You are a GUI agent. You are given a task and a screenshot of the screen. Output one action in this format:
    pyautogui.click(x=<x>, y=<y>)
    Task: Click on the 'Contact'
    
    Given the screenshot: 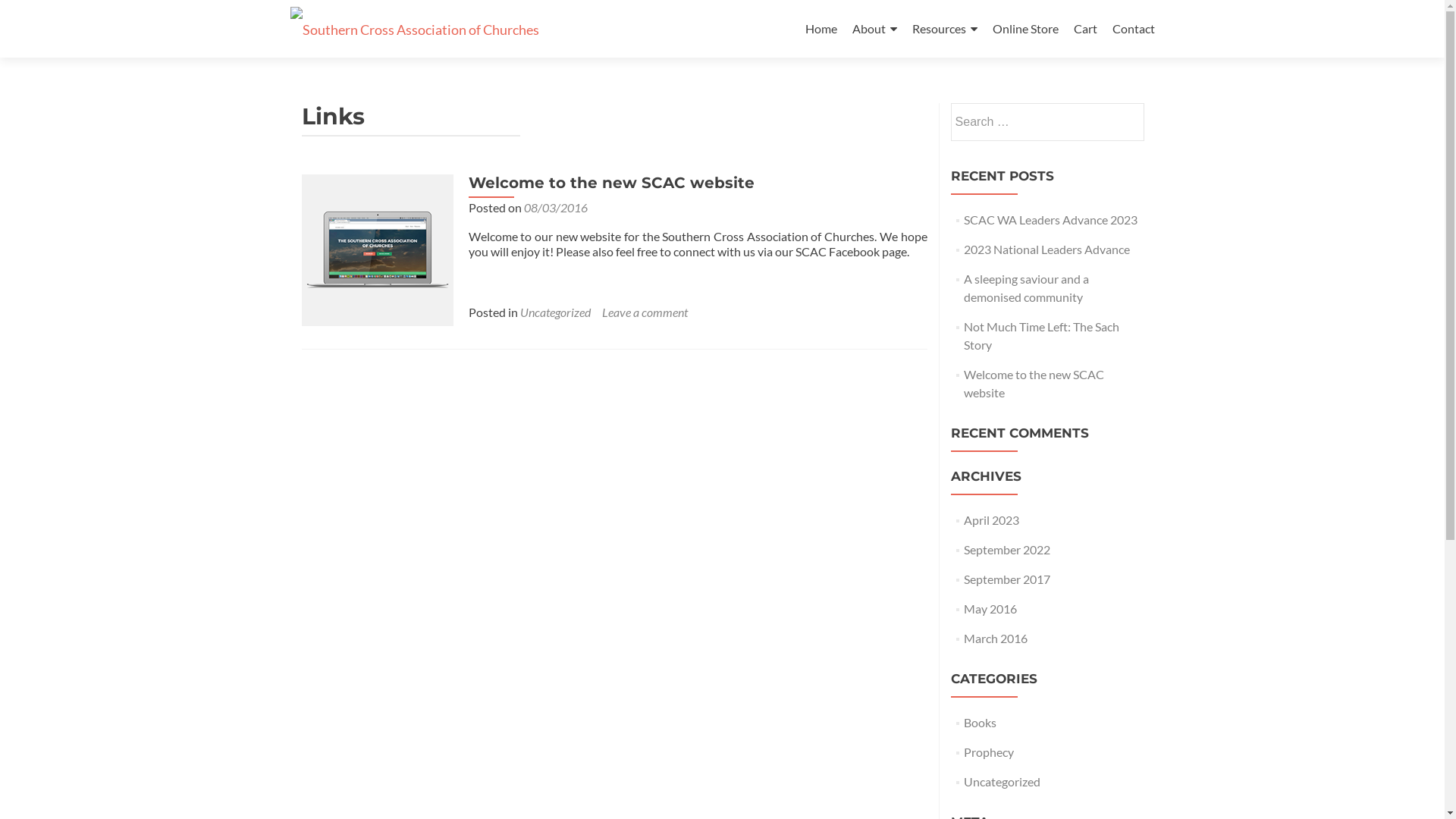 What is the action you would take?
    pyautogui.click(x=1132, y=28)
    